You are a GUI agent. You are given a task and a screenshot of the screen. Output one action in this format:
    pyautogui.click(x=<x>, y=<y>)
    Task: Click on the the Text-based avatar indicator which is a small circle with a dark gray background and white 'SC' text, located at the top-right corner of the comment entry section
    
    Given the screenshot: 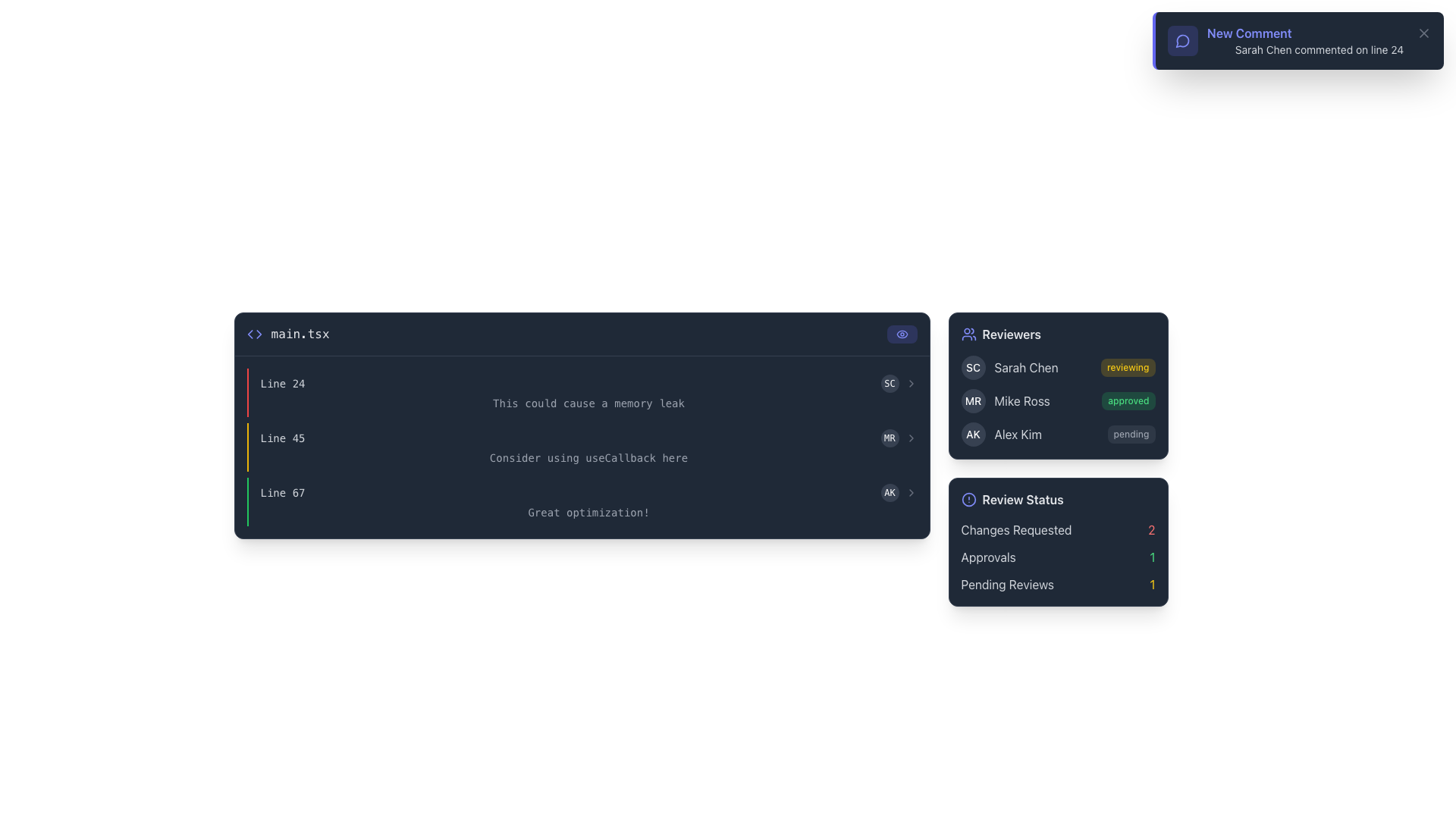 What is the action you would take?
    pyautogui.click(x=890, y=382)
    